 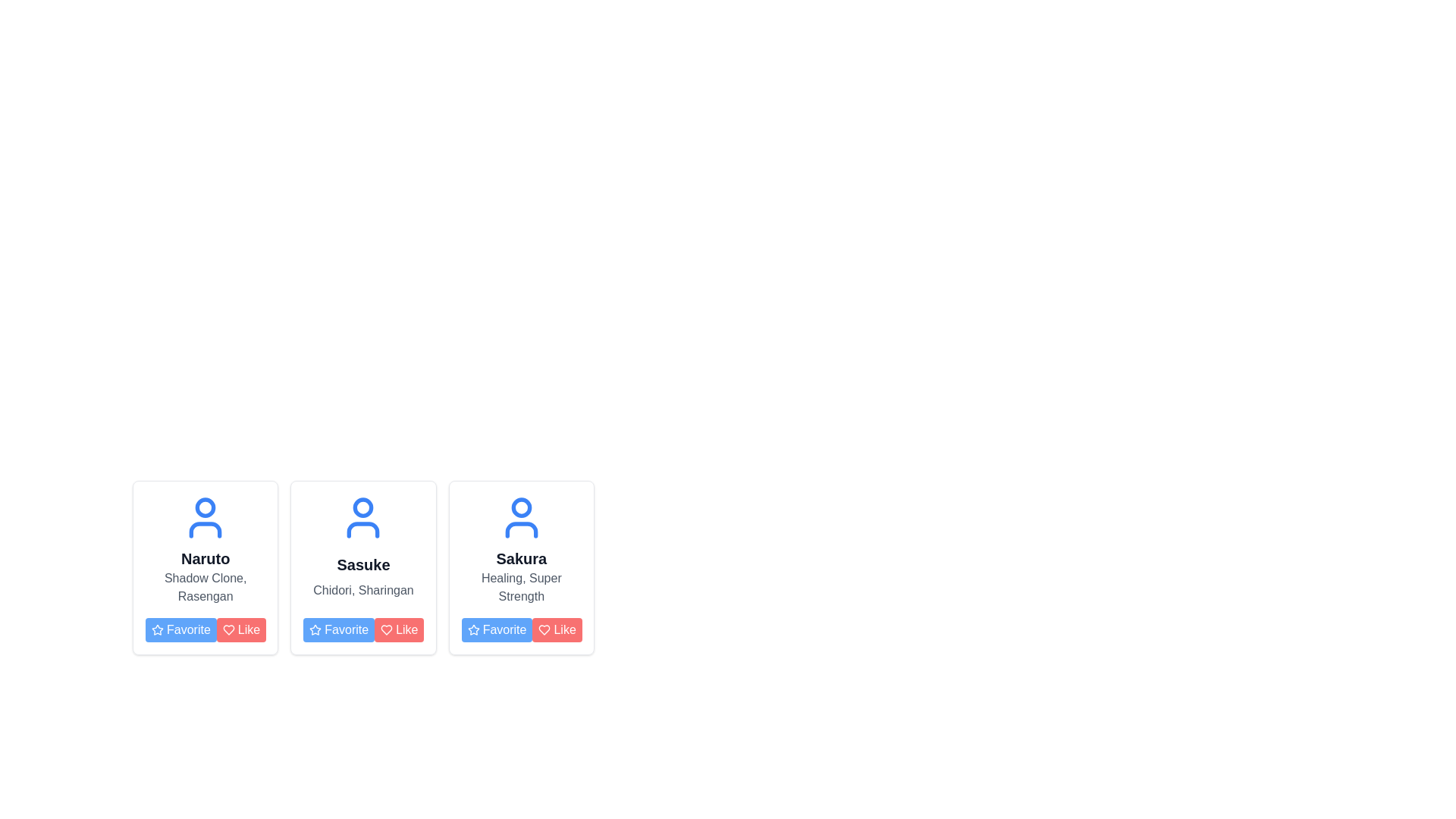 What do you see at coordinates (362, 507) in the screenshot?
I see `the surrounding area of the circular shape located at the top center of the human figure icon in the central card` at bounding box center [362, 507].